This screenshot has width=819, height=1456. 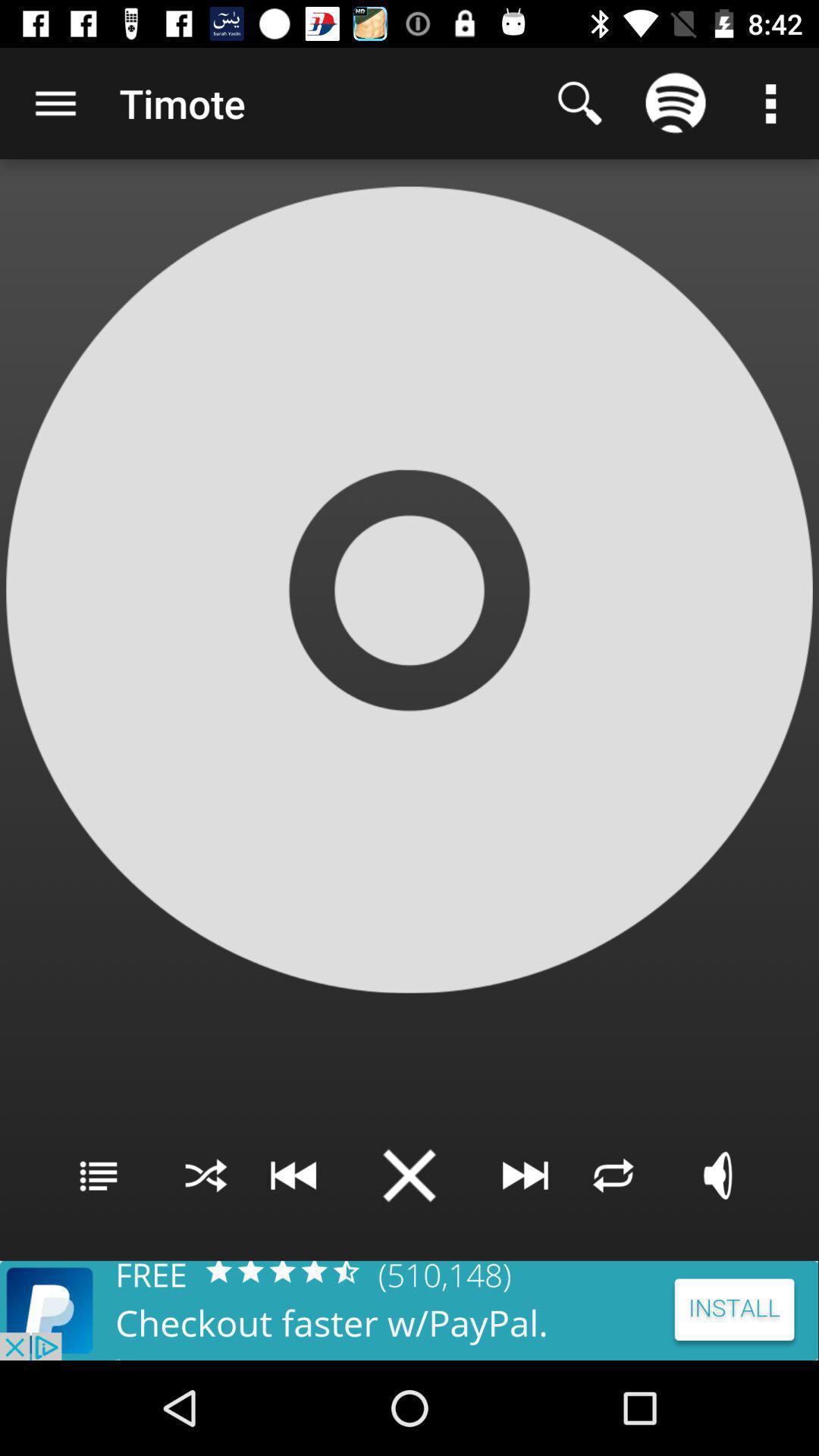 I want to click on the close icon, so click(x=206, y=1175).